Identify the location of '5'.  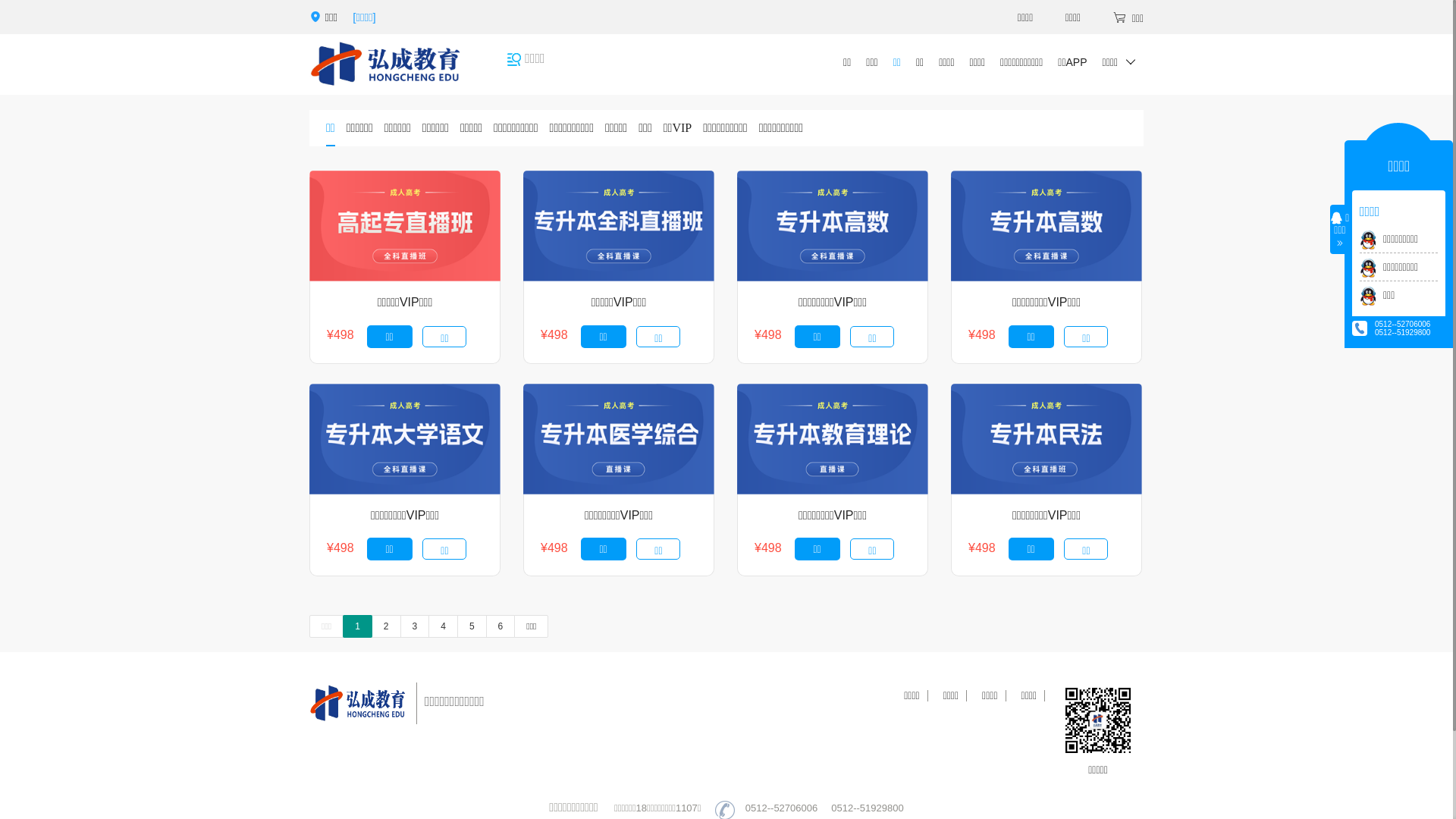
(471, 626).